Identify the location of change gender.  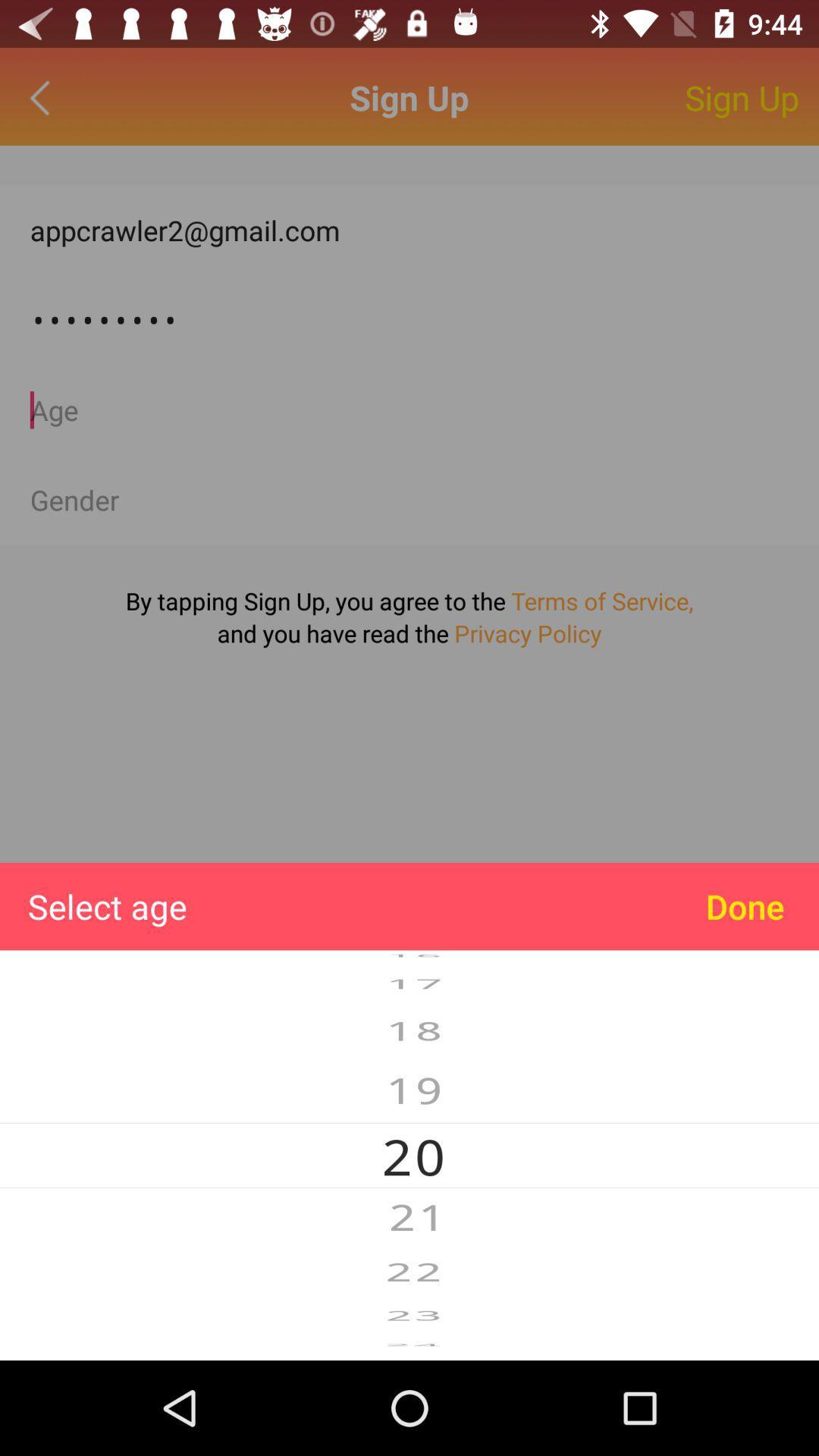
(409, 500).